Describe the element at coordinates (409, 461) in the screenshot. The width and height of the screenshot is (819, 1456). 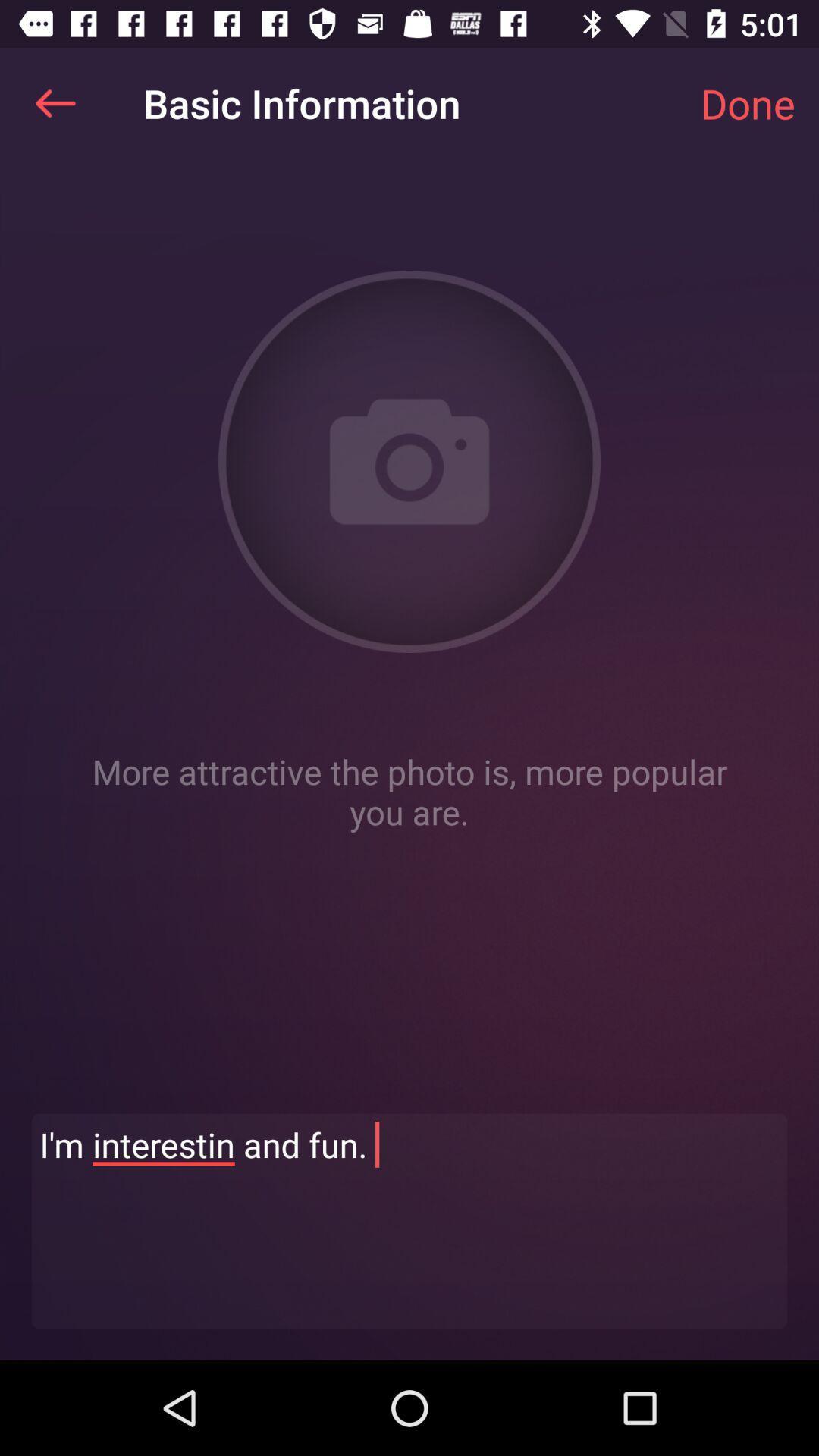
I see `open camera` at that location.